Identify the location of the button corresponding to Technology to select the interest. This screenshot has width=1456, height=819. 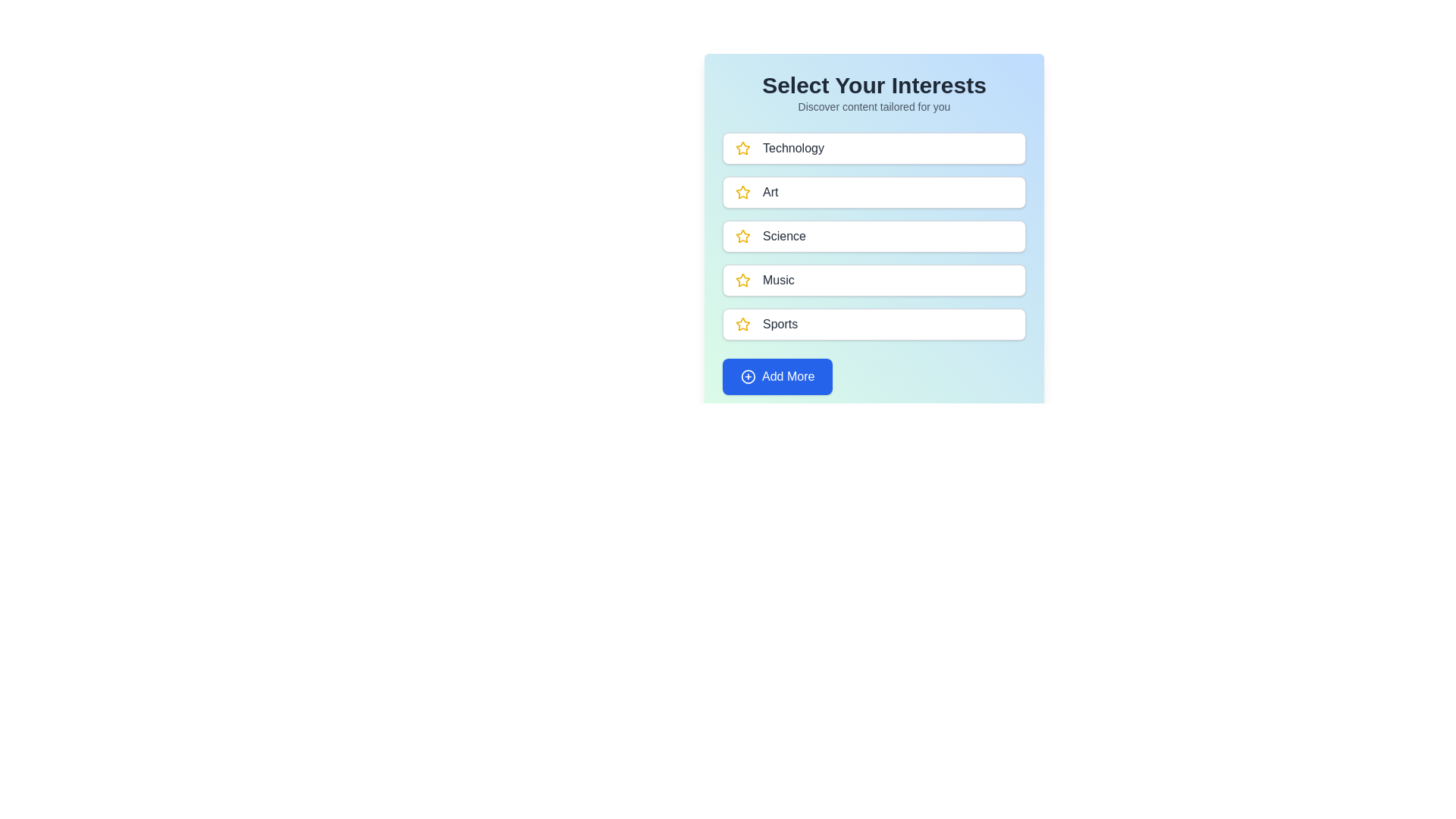
(874, 149).